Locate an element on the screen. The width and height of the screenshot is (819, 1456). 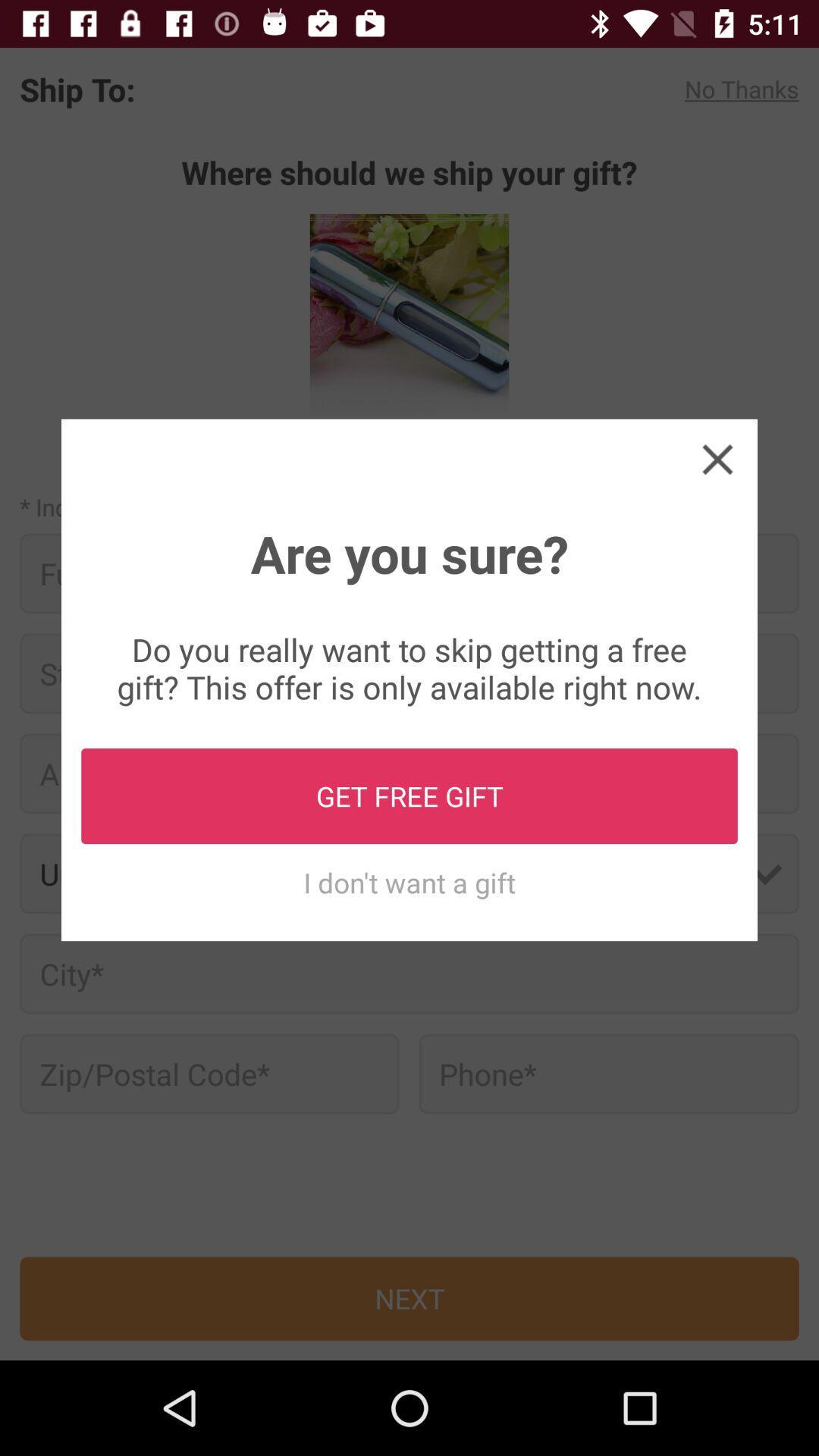
the popup is located at coordinates (717, 458).